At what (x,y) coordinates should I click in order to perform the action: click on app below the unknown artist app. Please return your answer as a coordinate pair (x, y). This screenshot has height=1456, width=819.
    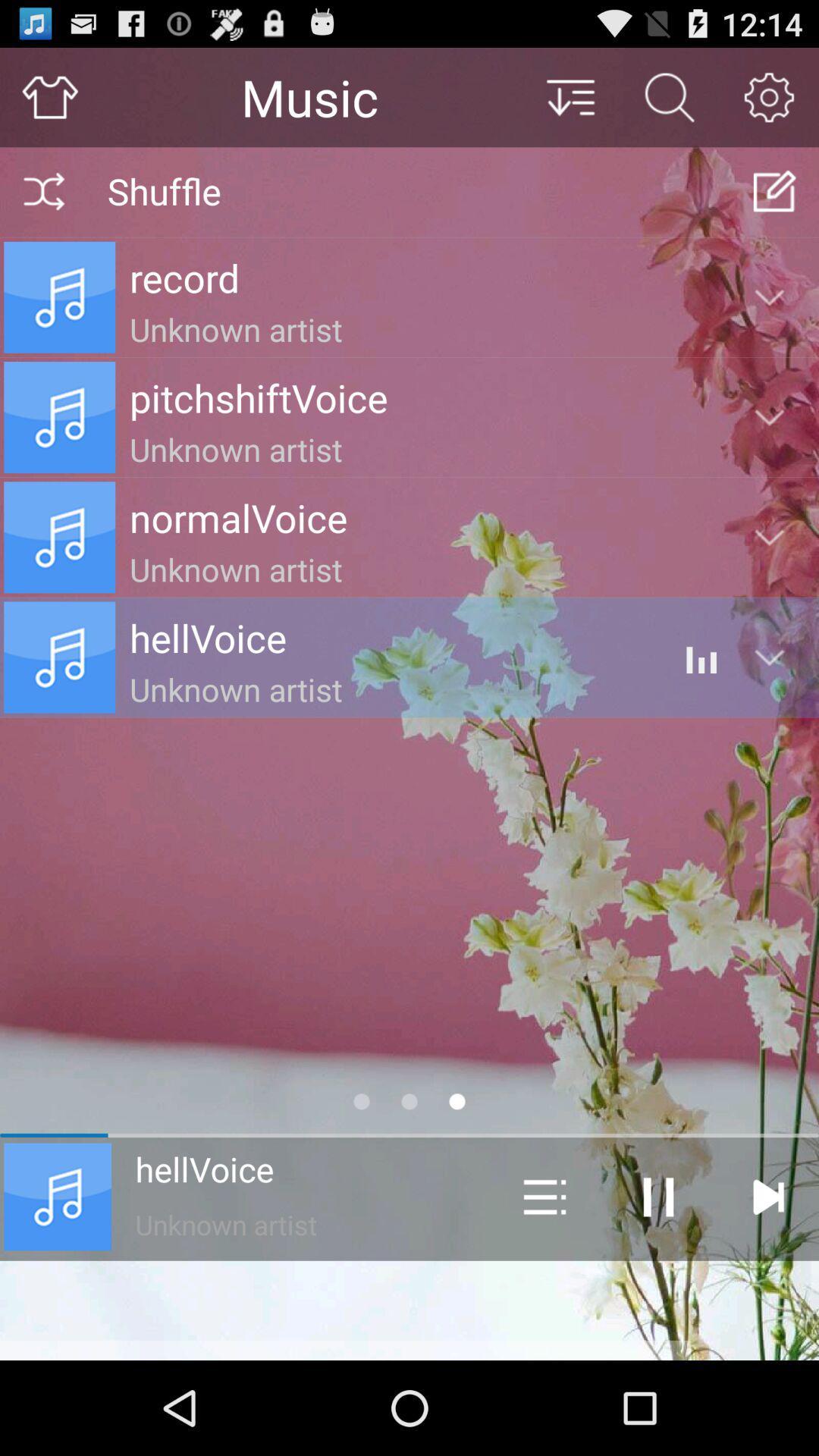
    Looking at the image, I should click on (409, 1310).